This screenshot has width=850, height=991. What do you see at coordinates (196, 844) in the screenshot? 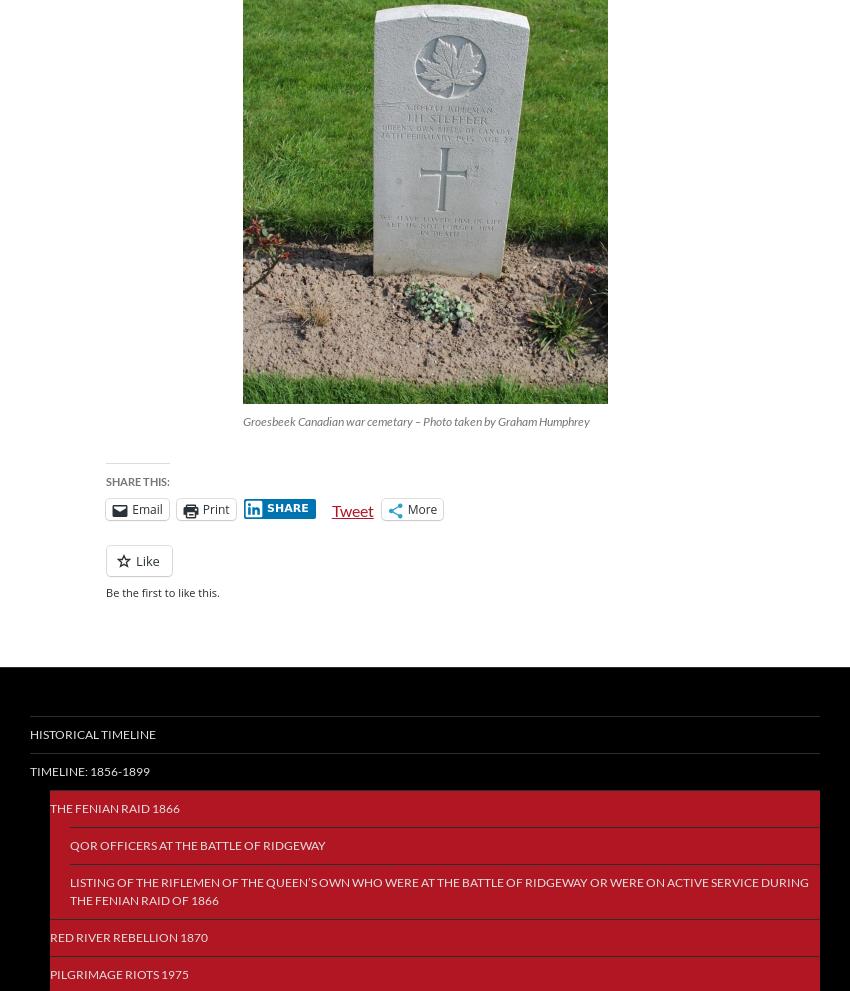
I see `'QOR Officers at the Battle of Ridgeway'` at bounding box center [196, 844].